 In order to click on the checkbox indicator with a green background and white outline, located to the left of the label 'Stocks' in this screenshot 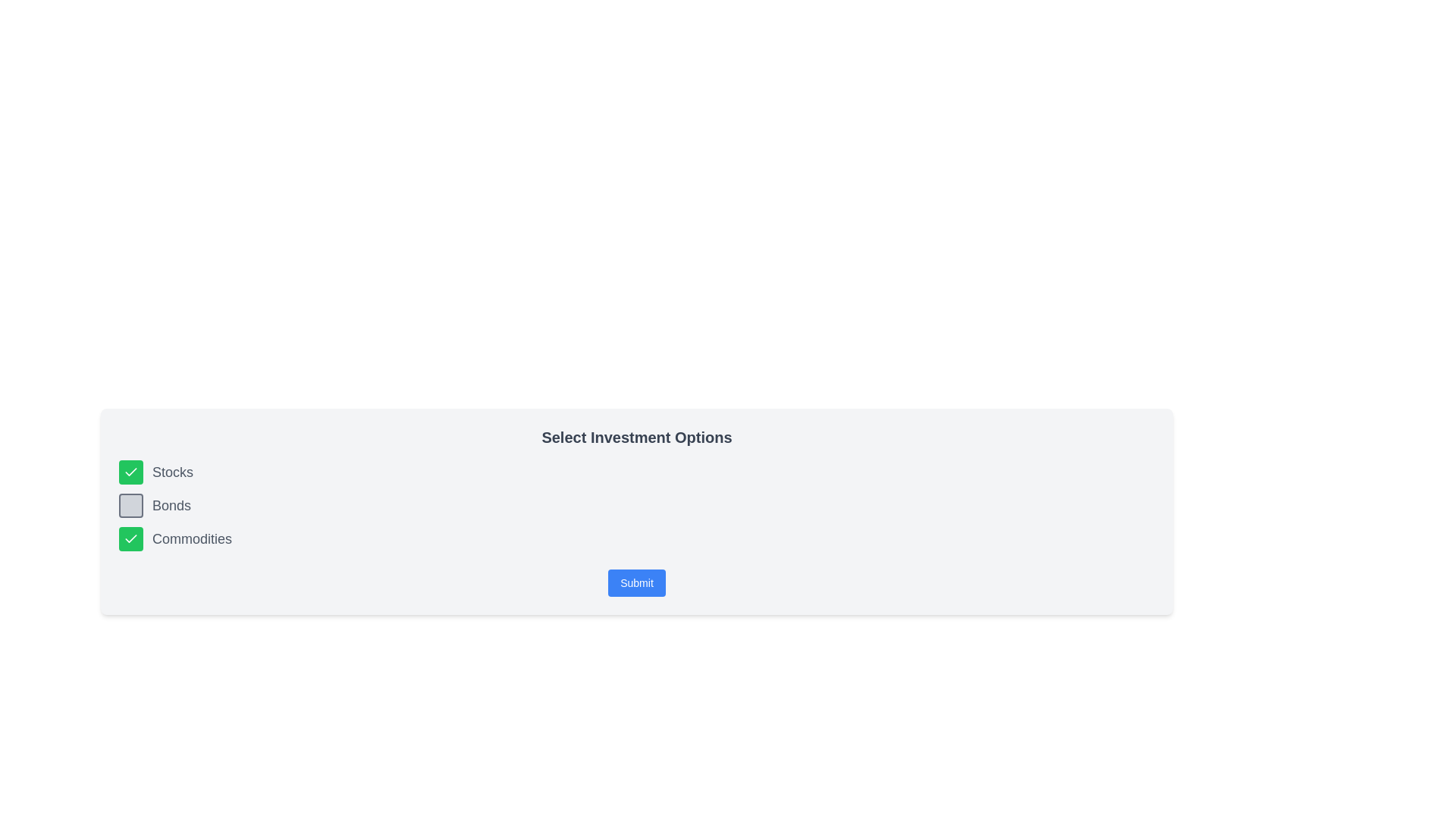, I will do `click(130, 472)`.